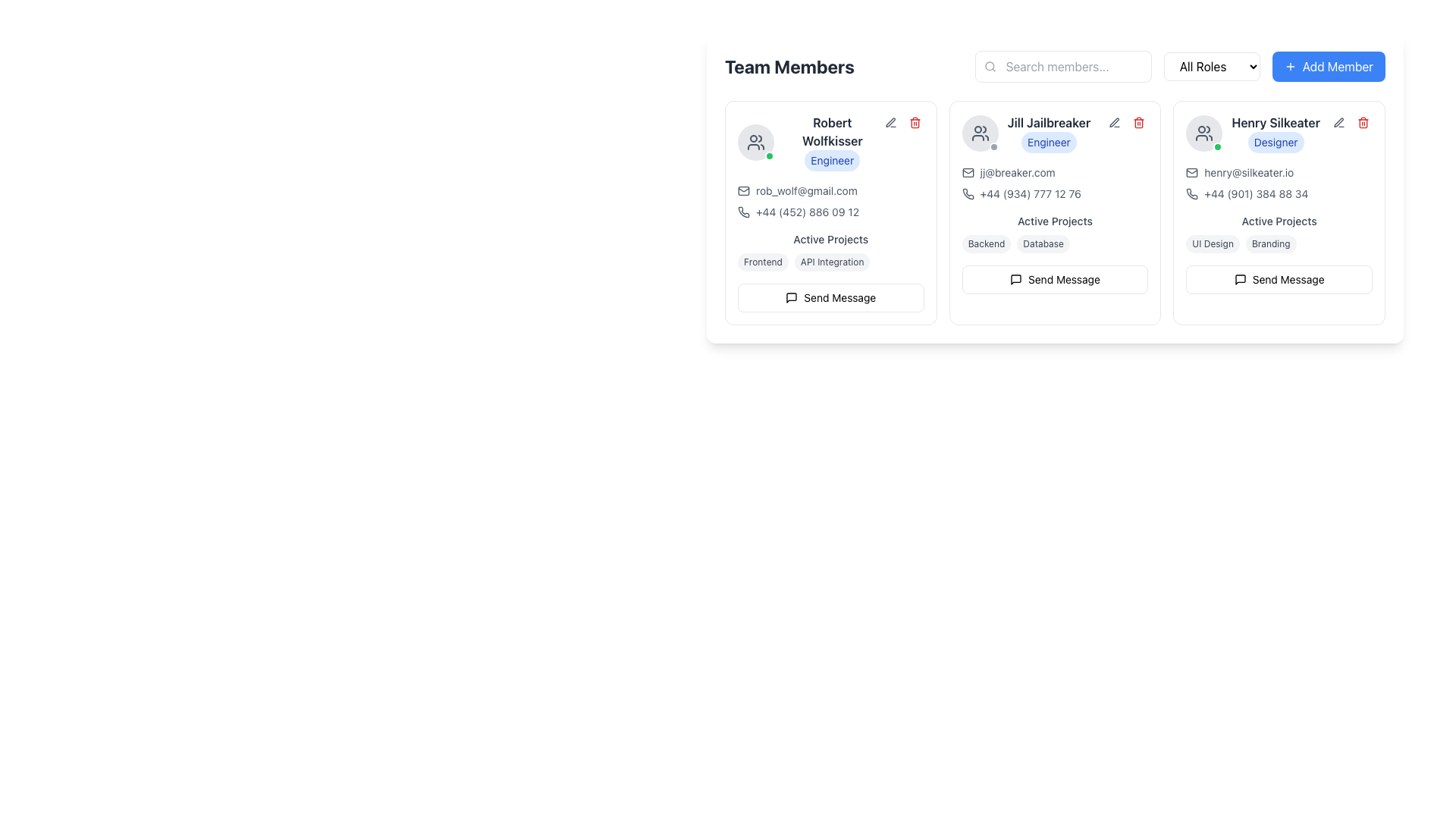 This screenshot has height=819, width=1456. Describe the element at coordinates (1016, 280) in the screenshot. I see `the messaging icon located in the second user profile card under 'Jill Jailbreaker', positioned near the action buttons for visual context` at that location.